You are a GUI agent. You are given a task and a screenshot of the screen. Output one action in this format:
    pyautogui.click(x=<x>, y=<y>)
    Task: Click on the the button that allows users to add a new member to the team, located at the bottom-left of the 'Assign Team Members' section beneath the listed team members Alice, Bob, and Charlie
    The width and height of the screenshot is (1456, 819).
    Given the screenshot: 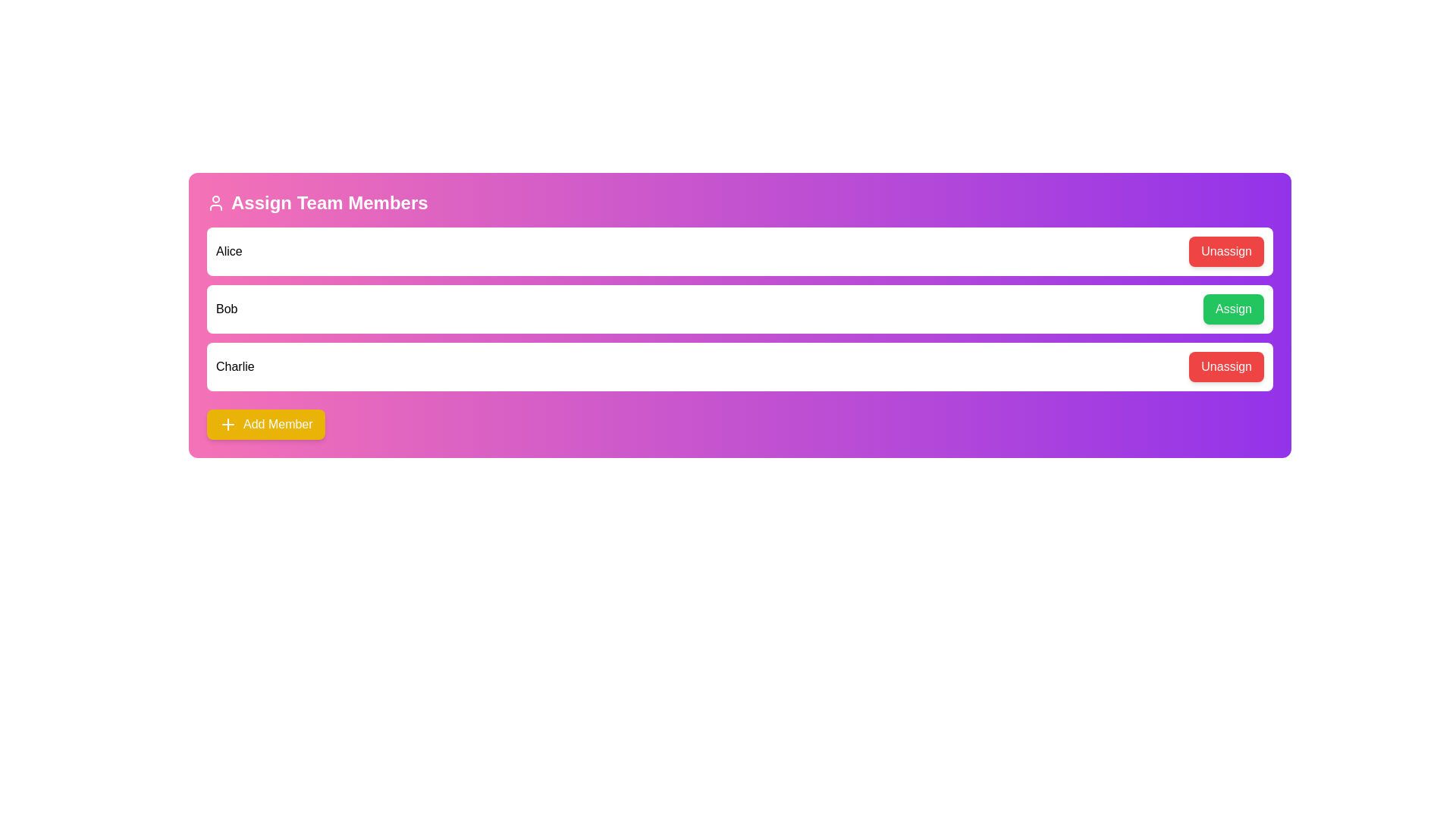 What is the action you would take?
    pyautogui.click(x=265, y=424)
    